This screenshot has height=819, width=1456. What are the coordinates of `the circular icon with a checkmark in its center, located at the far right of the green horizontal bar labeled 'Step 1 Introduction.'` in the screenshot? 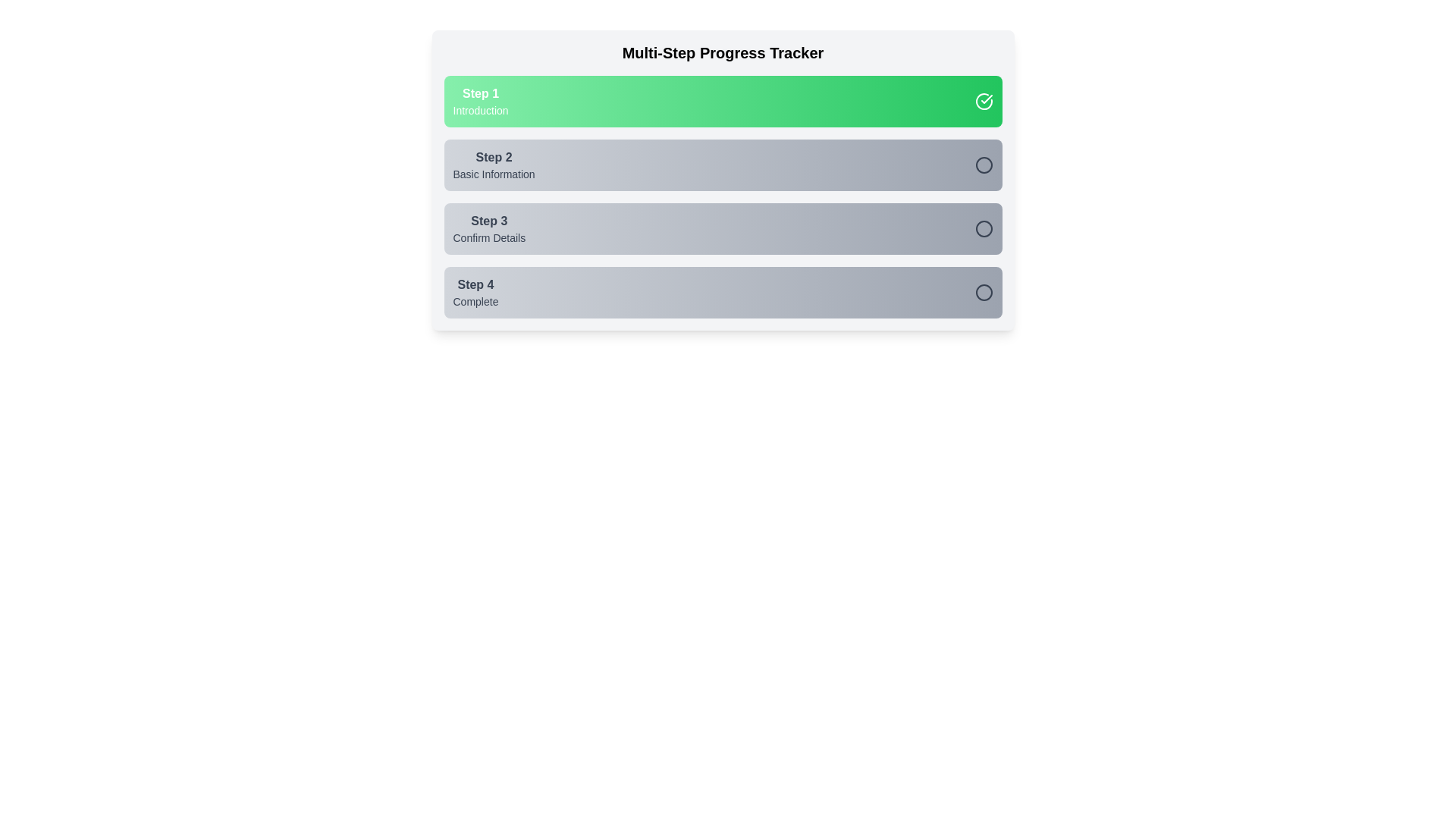 It's located at (984, 102).